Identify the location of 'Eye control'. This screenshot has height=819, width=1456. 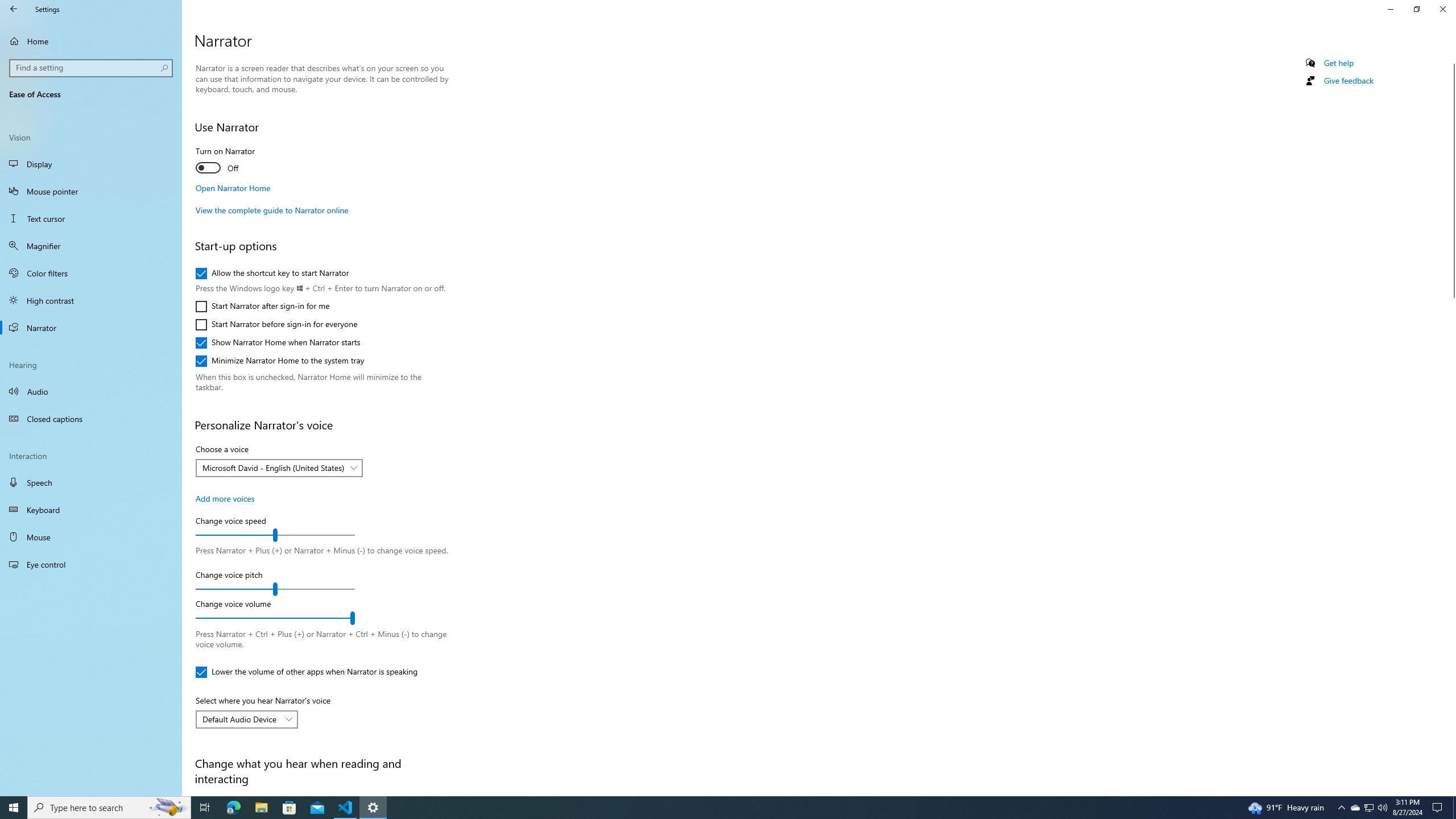
(90, 564).